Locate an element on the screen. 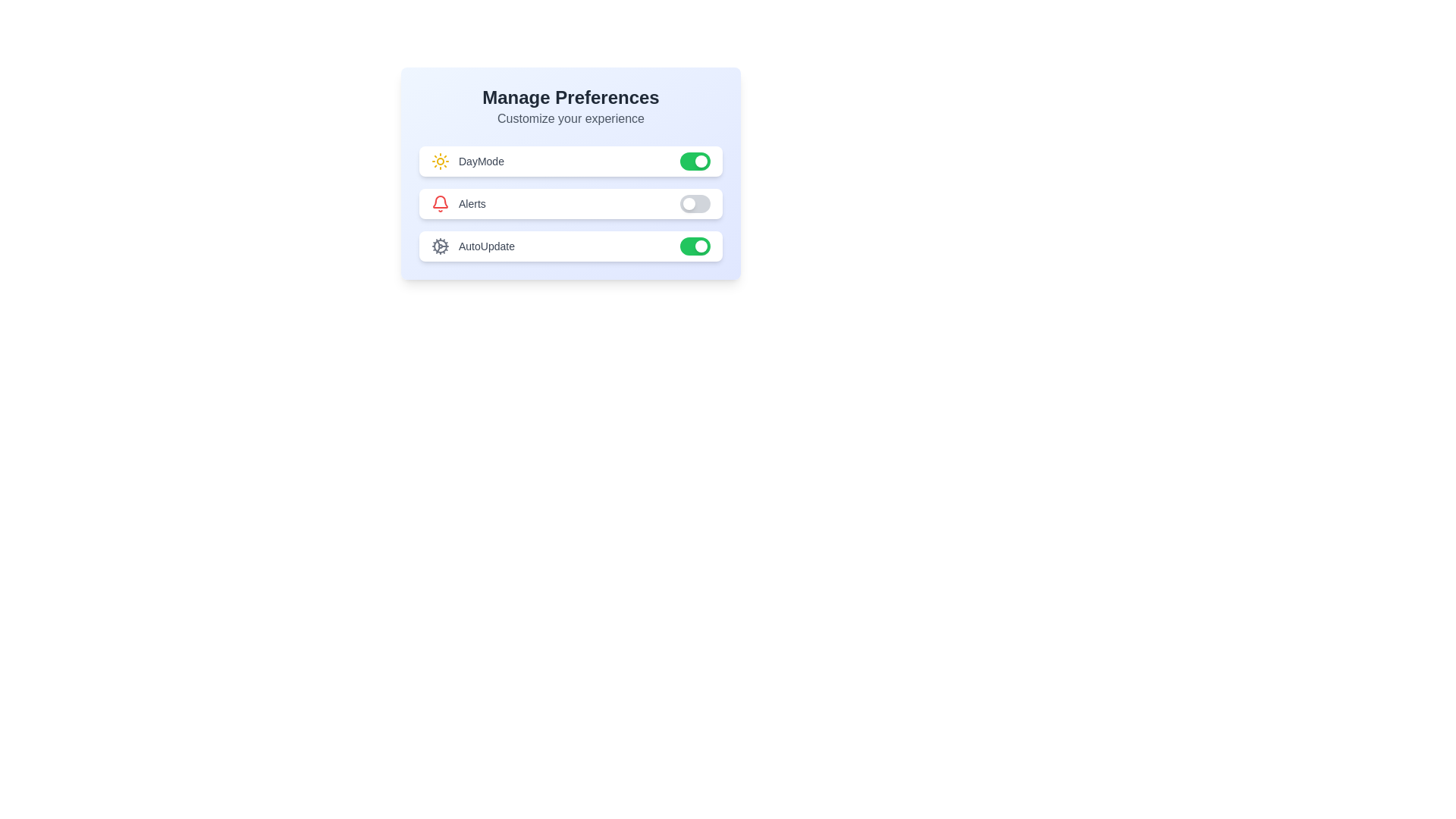 The image size is (1456, 819). the 'autoUpdate' label element, which displays the text in gray color, medium-sized, slightly bold, and is positioned next to a cogwheel icon and a toggle switch is located at coordinates (487, 245).